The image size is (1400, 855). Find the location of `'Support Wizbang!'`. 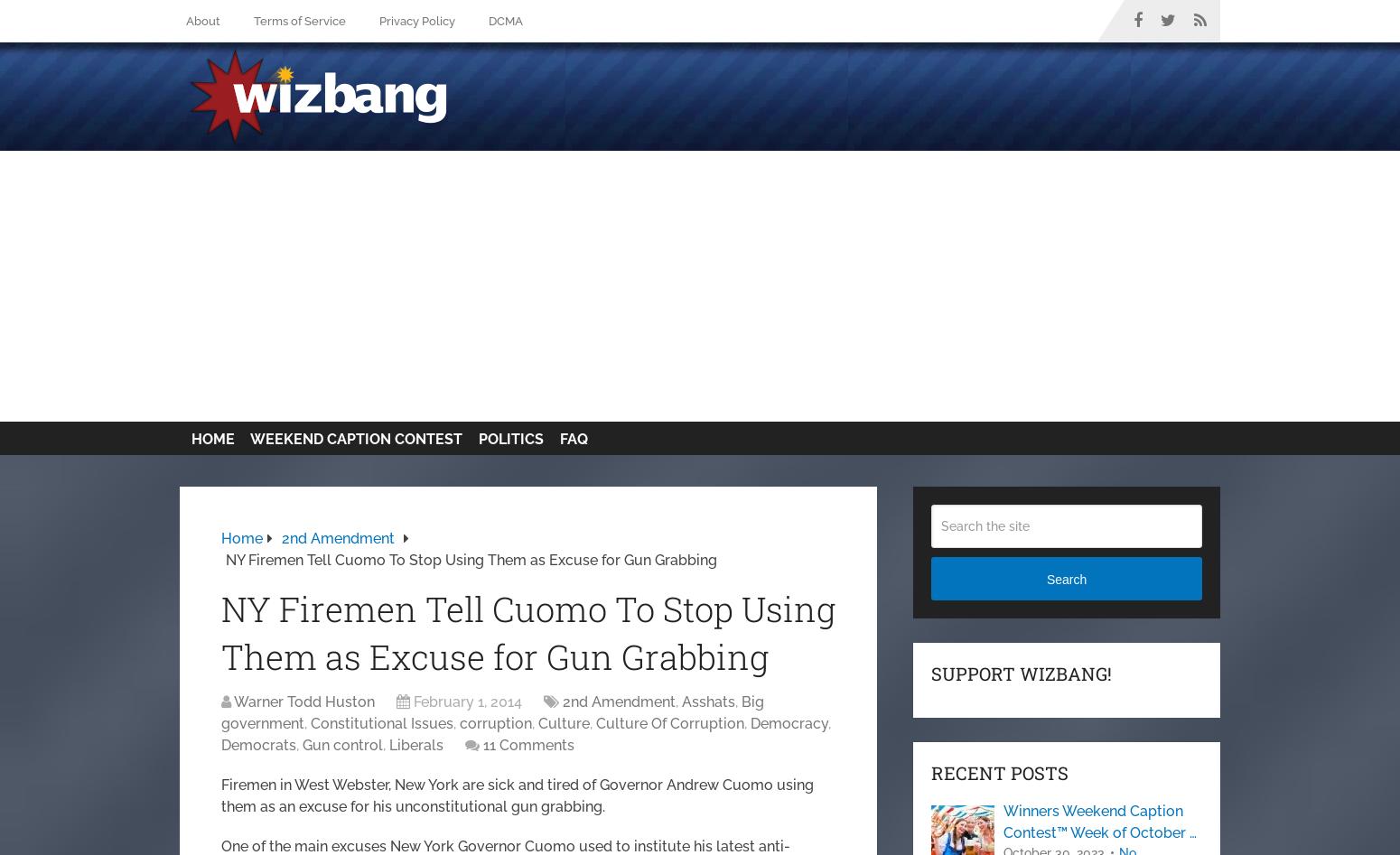

'Support Wizbang!' is located at coordinates (1021, 673).